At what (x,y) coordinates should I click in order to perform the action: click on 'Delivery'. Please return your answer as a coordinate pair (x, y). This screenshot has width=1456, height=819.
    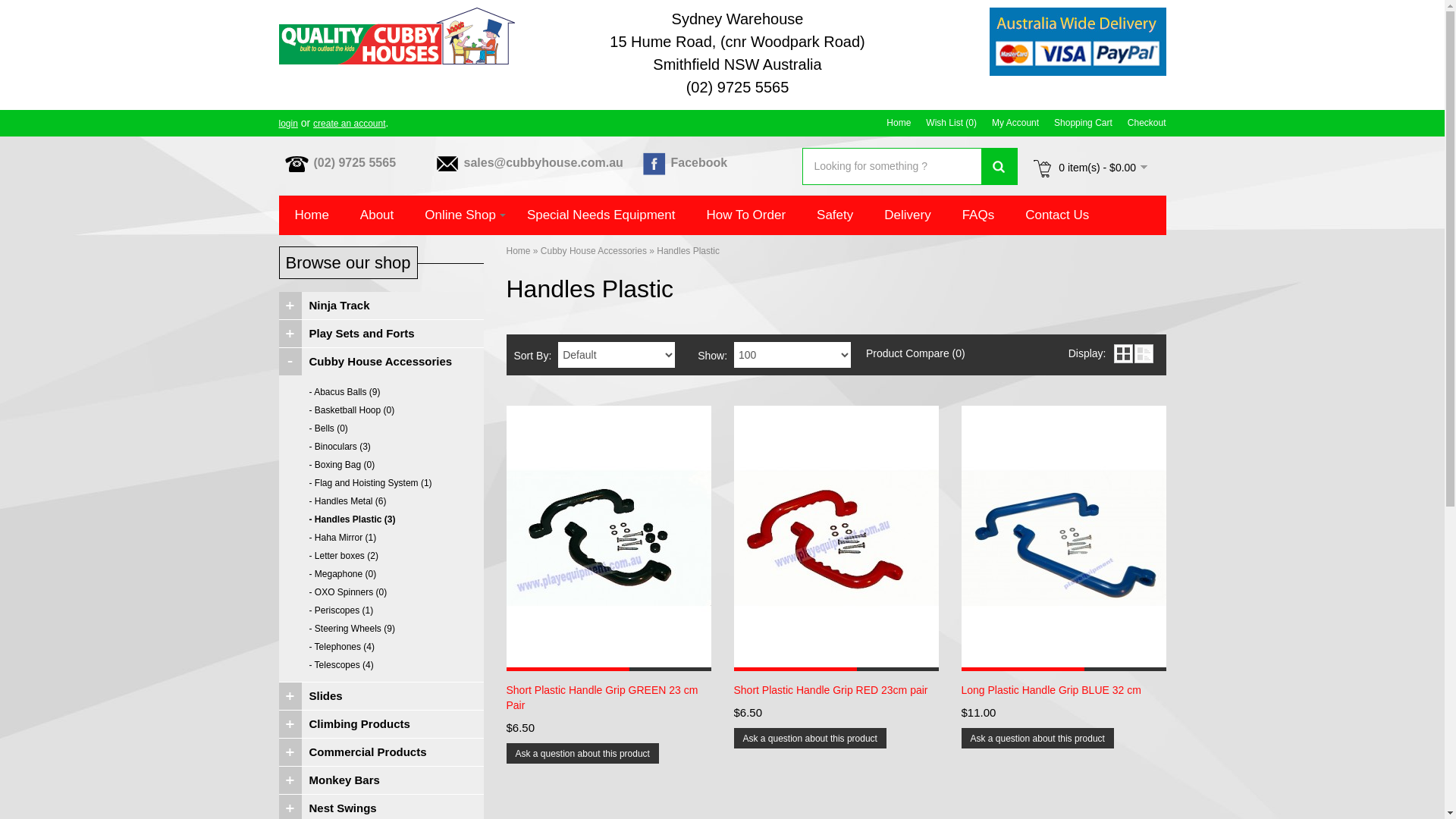
    Looking at the image, I should click on (907, 215).